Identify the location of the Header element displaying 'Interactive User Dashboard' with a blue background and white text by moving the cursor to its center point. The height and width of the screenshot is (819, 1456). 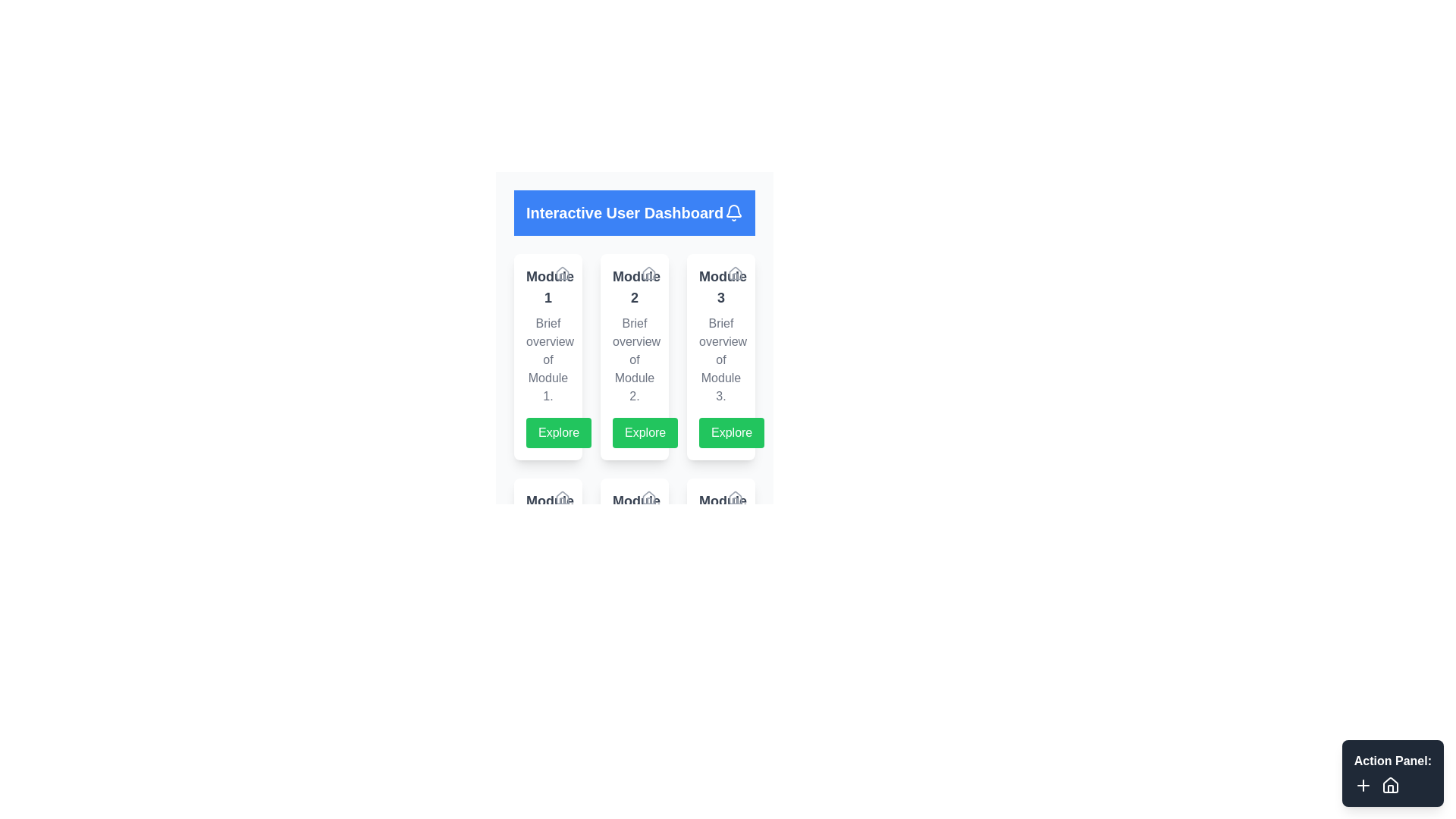
(634, 213).